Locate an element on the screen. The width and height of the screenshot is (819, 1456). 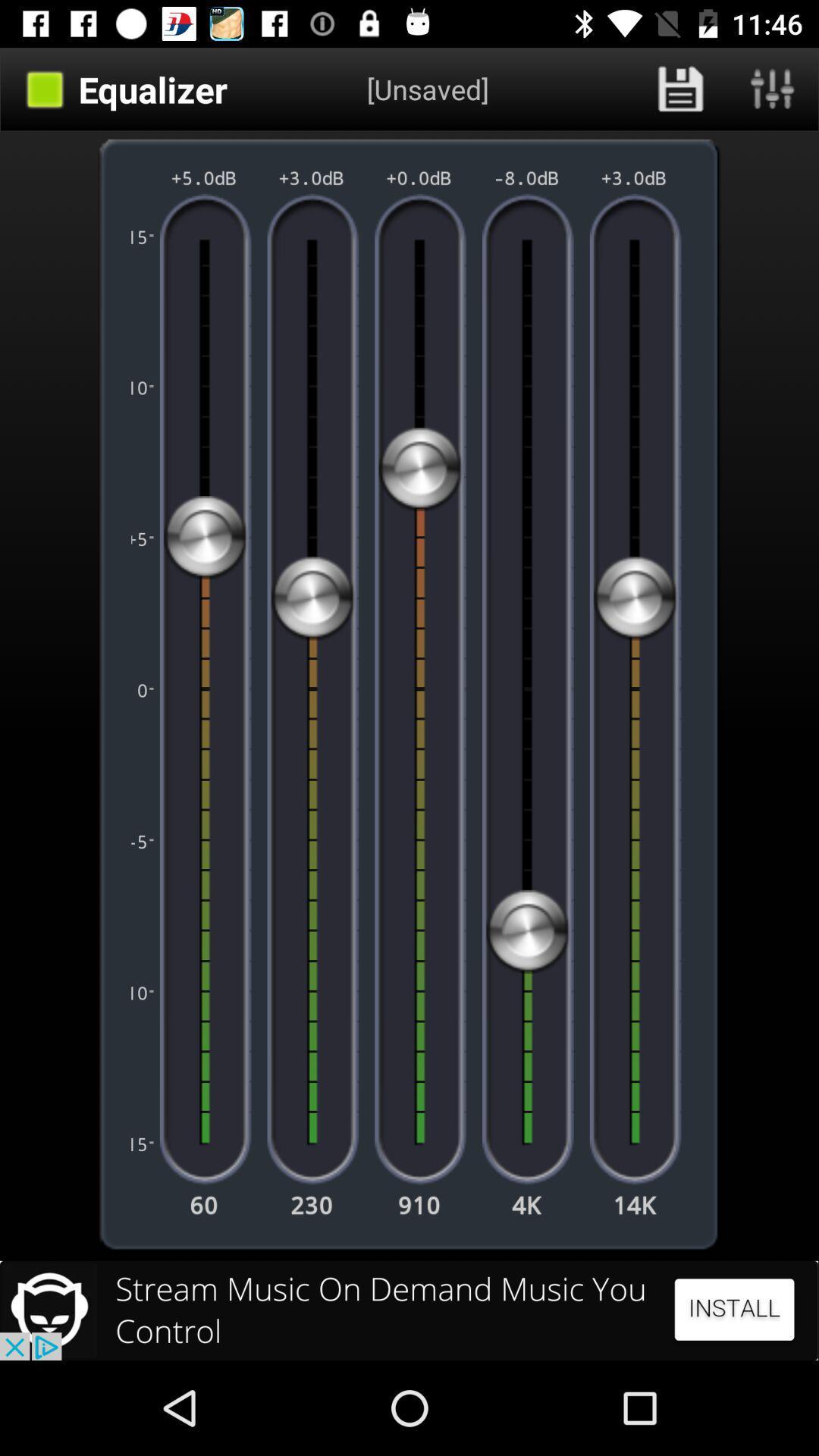
to display equalizer is located at coordinates (773, 89).